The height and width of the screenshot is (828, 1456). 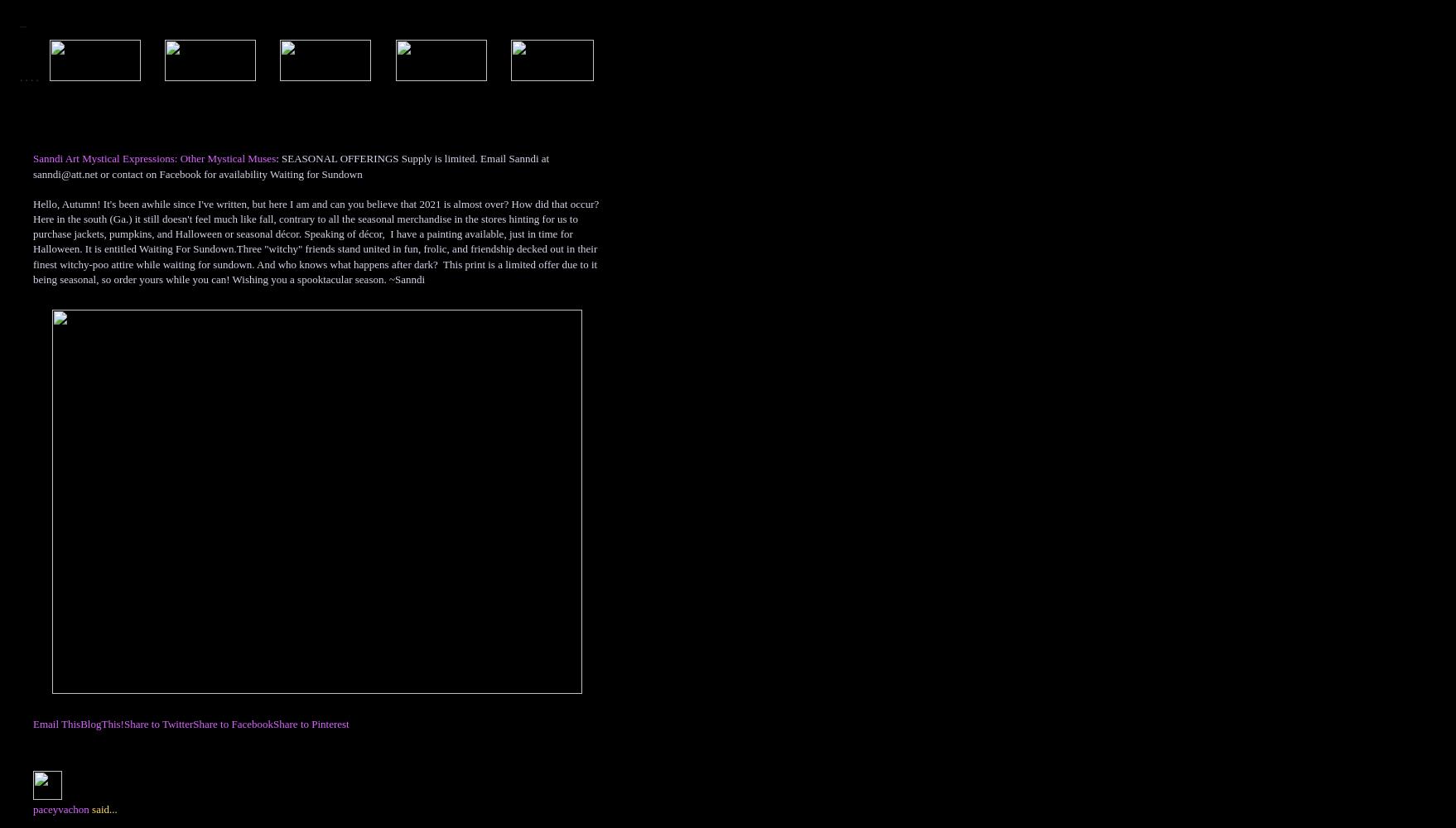 What do you see at coordinates (157, 722) in the screenshot?
I see `'Share to Twitter'` at bounding box center [157, 722].